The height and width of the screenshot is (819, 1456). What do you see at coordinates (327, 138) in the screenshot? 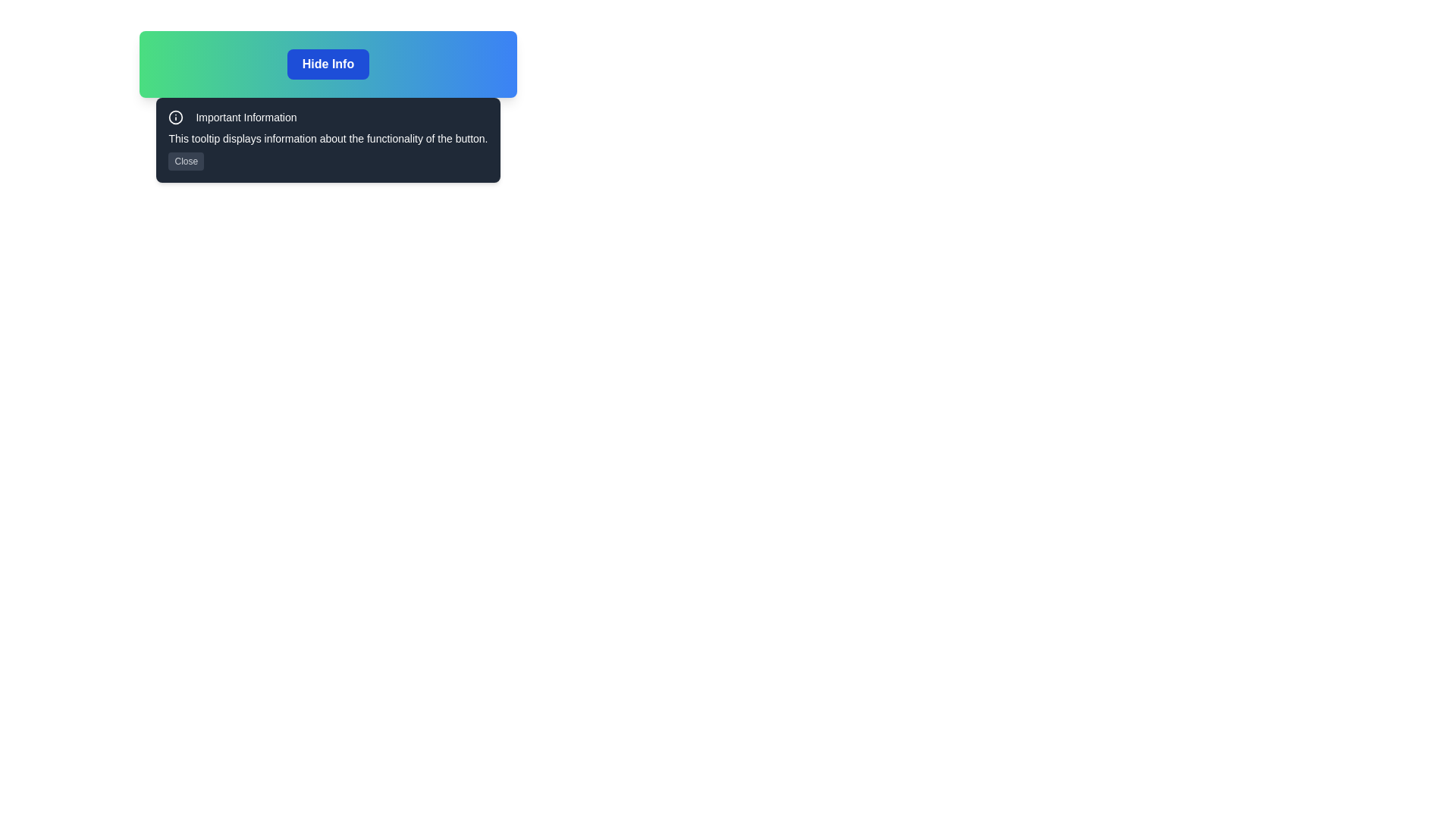
I see `text displayed in the text element that shows 'This tooltip displays information about the functionality of the button.' positioned beneath the 'Important Information' header` at bounding box center [327, 138].